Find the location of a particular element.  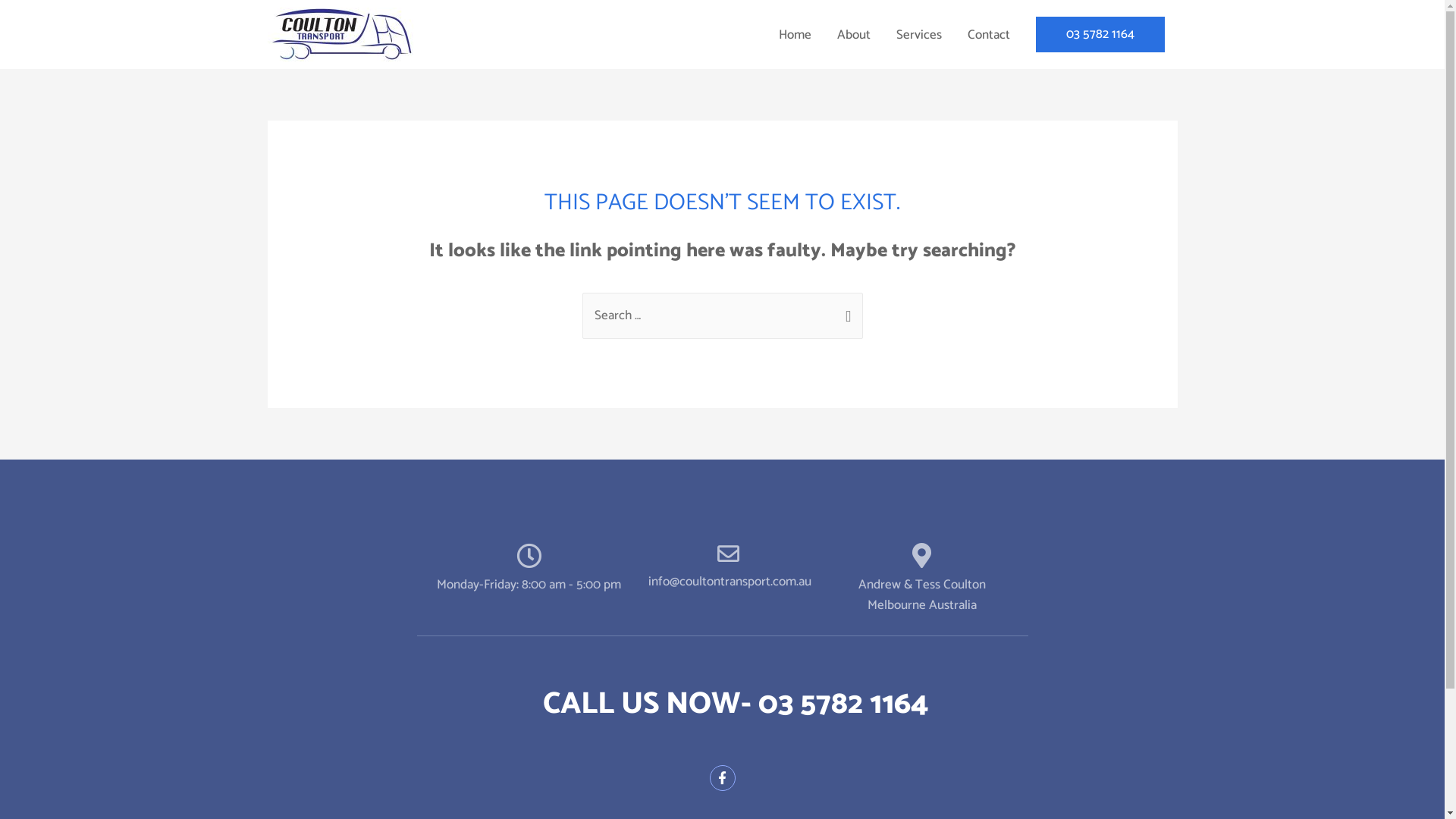

'03 5782 1164' is located at coordinates (1100, 34).